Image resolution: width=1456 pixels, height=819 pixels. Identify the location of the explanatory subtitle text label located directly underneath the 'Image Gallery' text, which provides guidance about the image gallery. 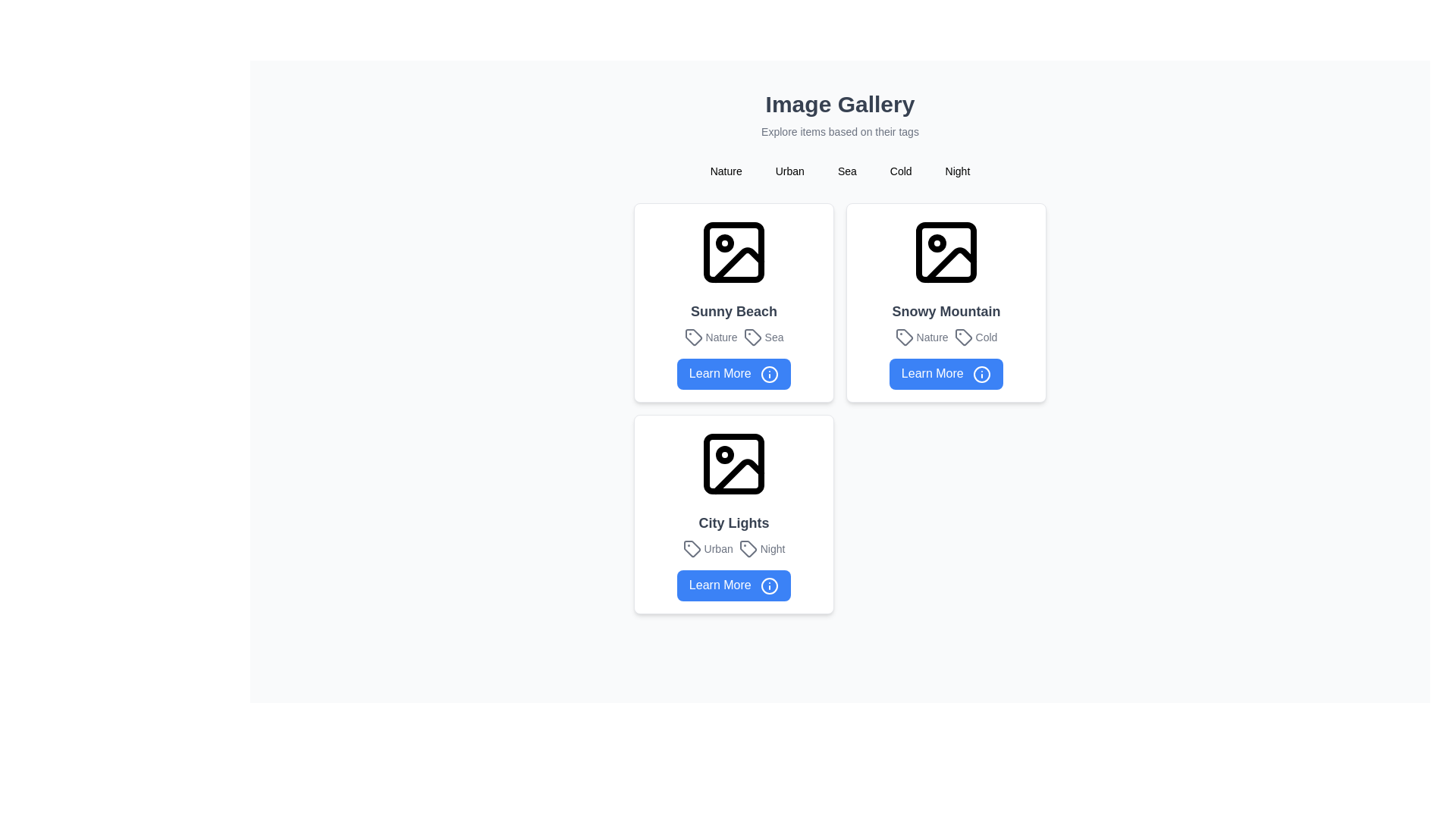
(839, 130).